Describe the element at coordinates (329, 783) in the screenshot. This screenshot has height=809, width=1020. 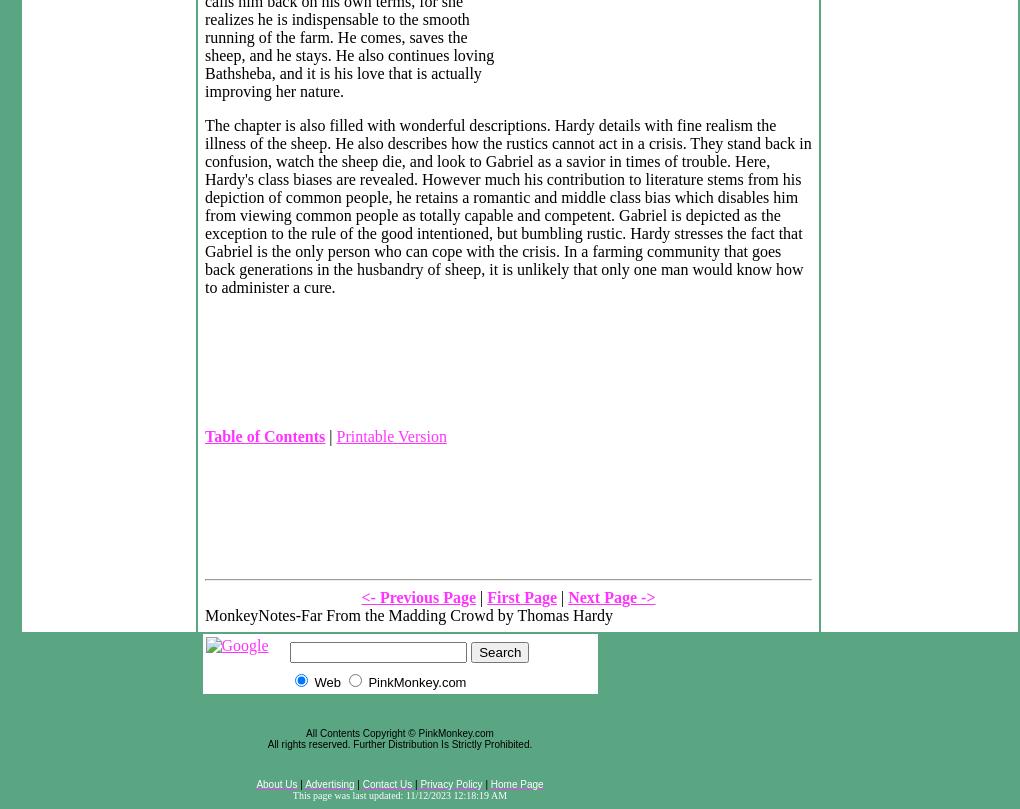
I see `'Advertising'` at that location.